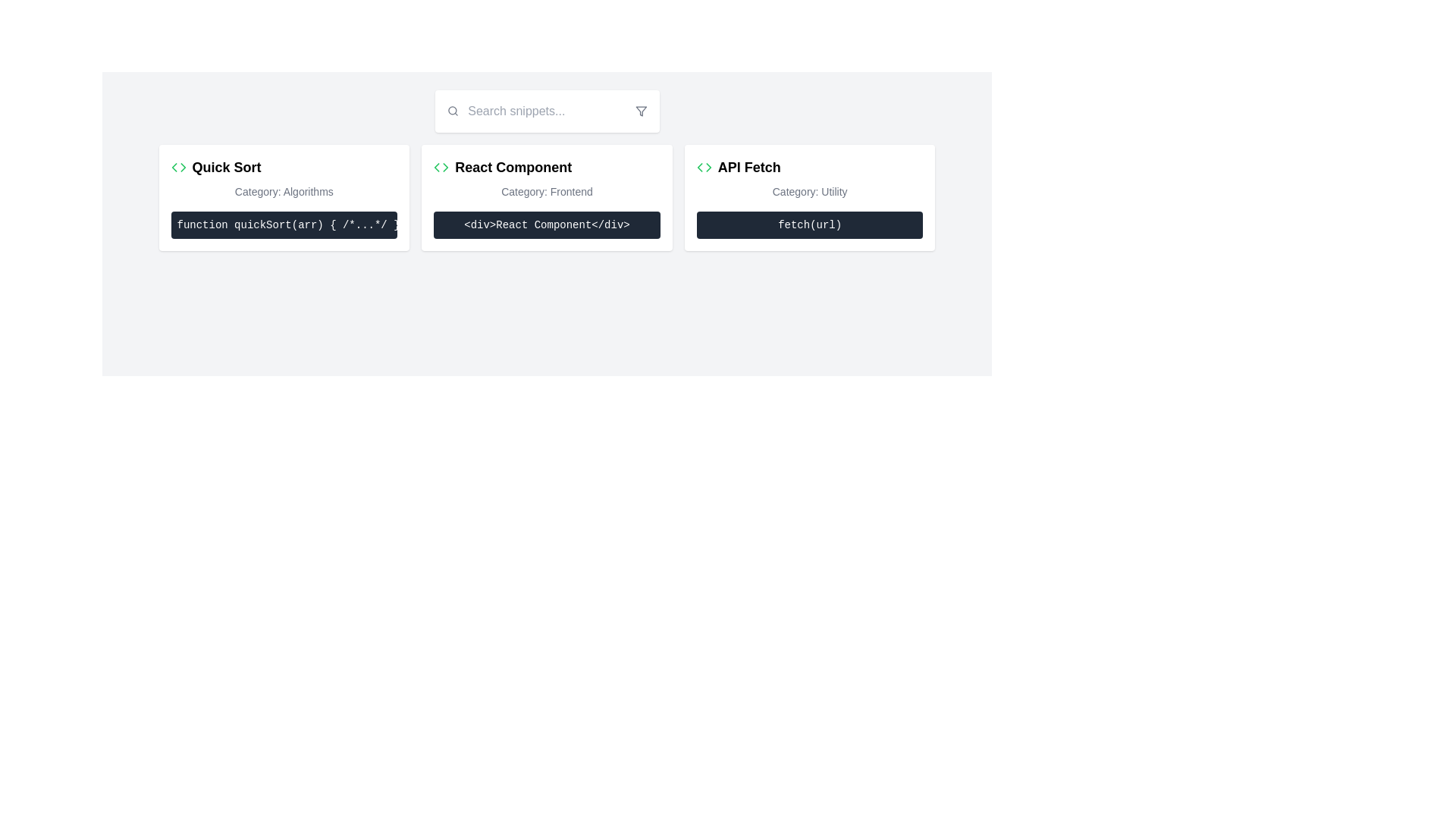 The height and width of the screenshot is (819, 1456). What do you see at coordinates (809, 225) in the screenshot?
I see `the text-display component styled as a code block that displays the code snippet 'fetch(url)' within the 'API Fetch' card, located beneath the subtitle 'Category: Utility'` at bounding box center [809, 225].